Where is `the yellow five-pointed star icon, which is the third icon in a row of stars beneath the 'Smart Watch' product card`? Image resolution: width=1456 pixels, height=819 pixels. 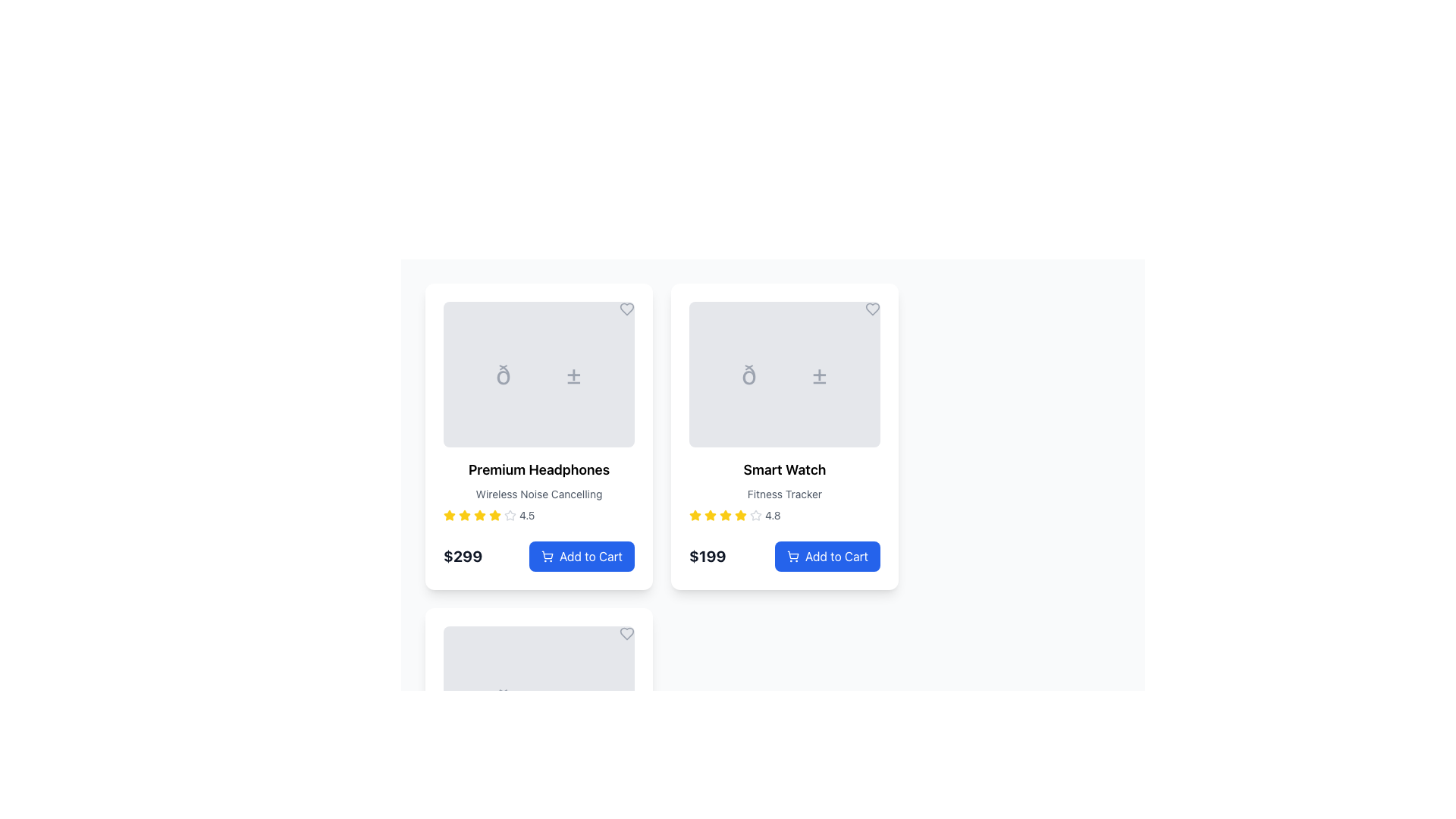 the yellow five-pointed star icon, which is the third icon in a row of stars beneath the 'Smart Watch' product card is located at coordinates (741, 514).